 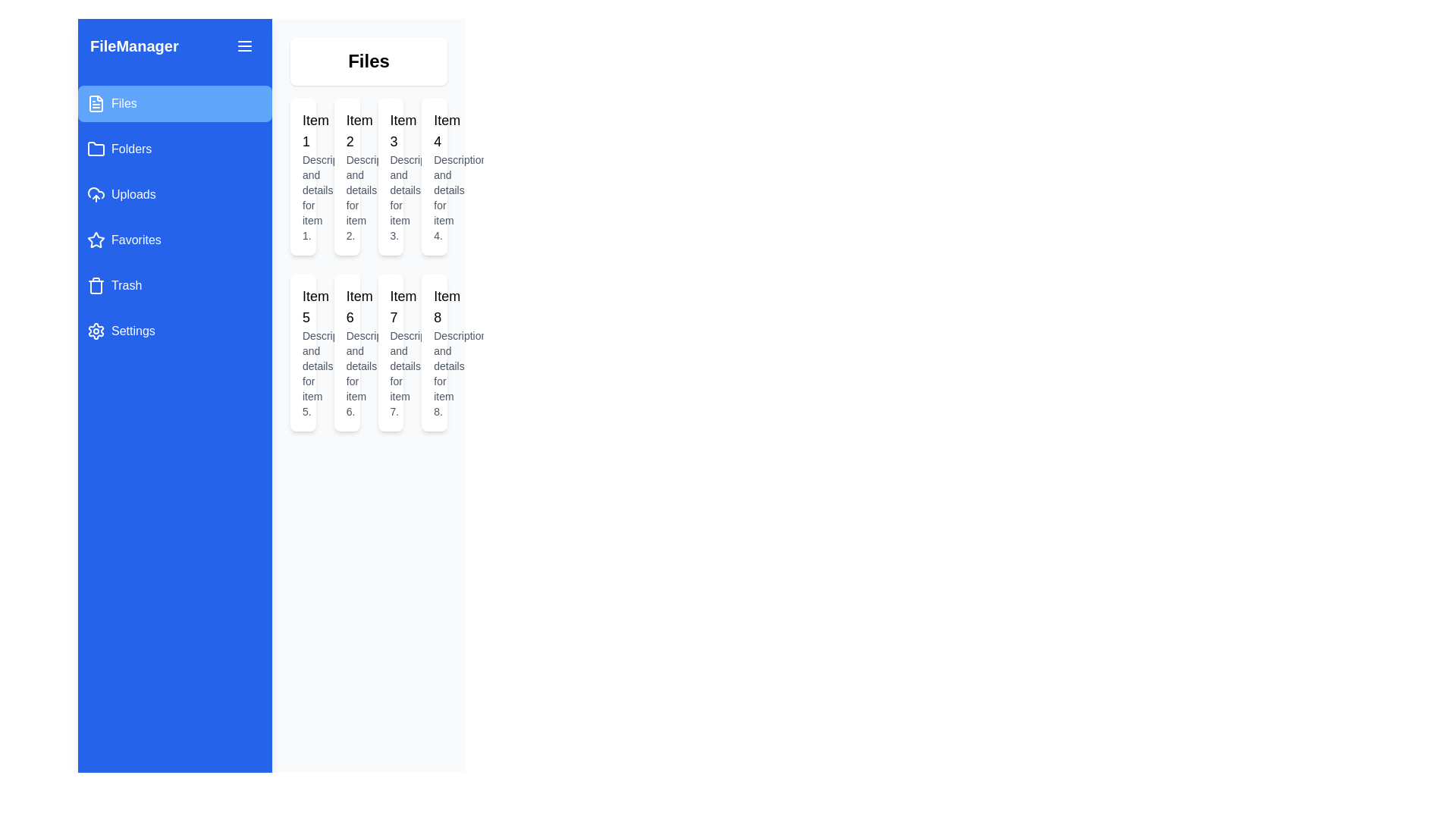 I want to click on the blue trash icon in the sidebar navigation menu, which is located directly to the left of the 'Trash' text, so click(x=95, y=286).